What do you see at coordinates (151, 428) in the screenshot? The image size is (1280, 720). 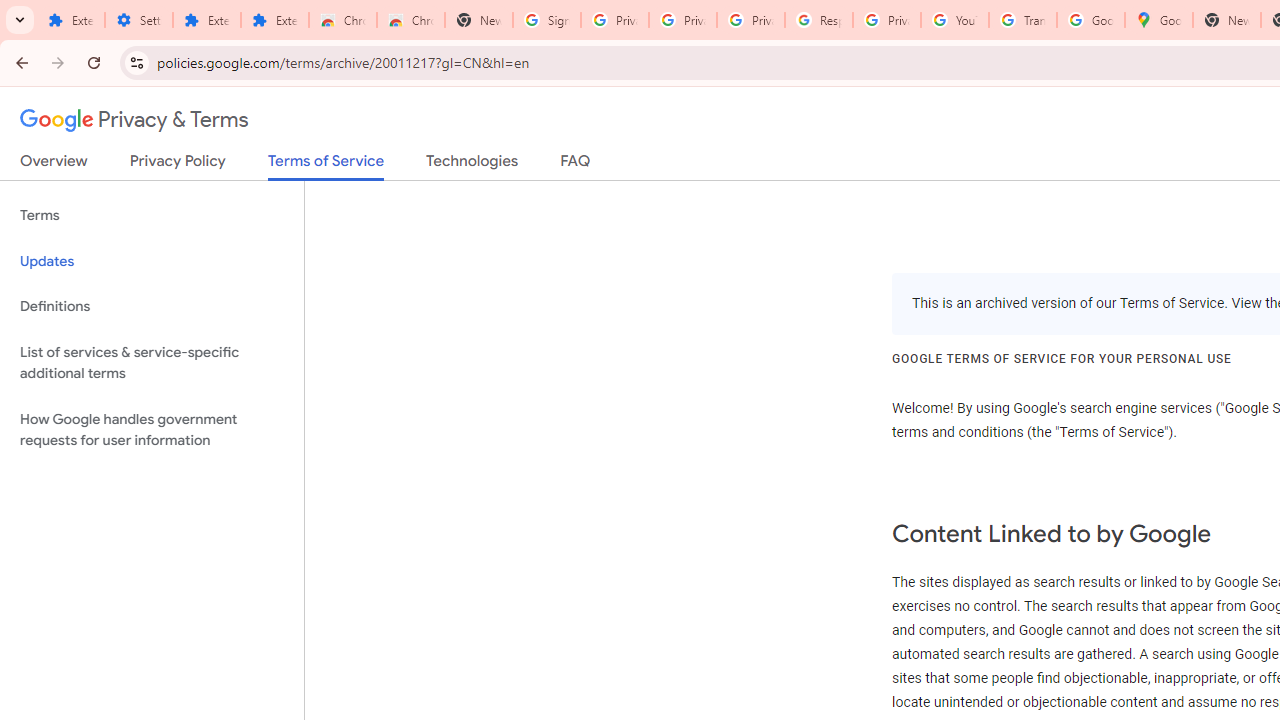 I see `'How Google handles government requests for user information'` at bounding box center [151, 428].